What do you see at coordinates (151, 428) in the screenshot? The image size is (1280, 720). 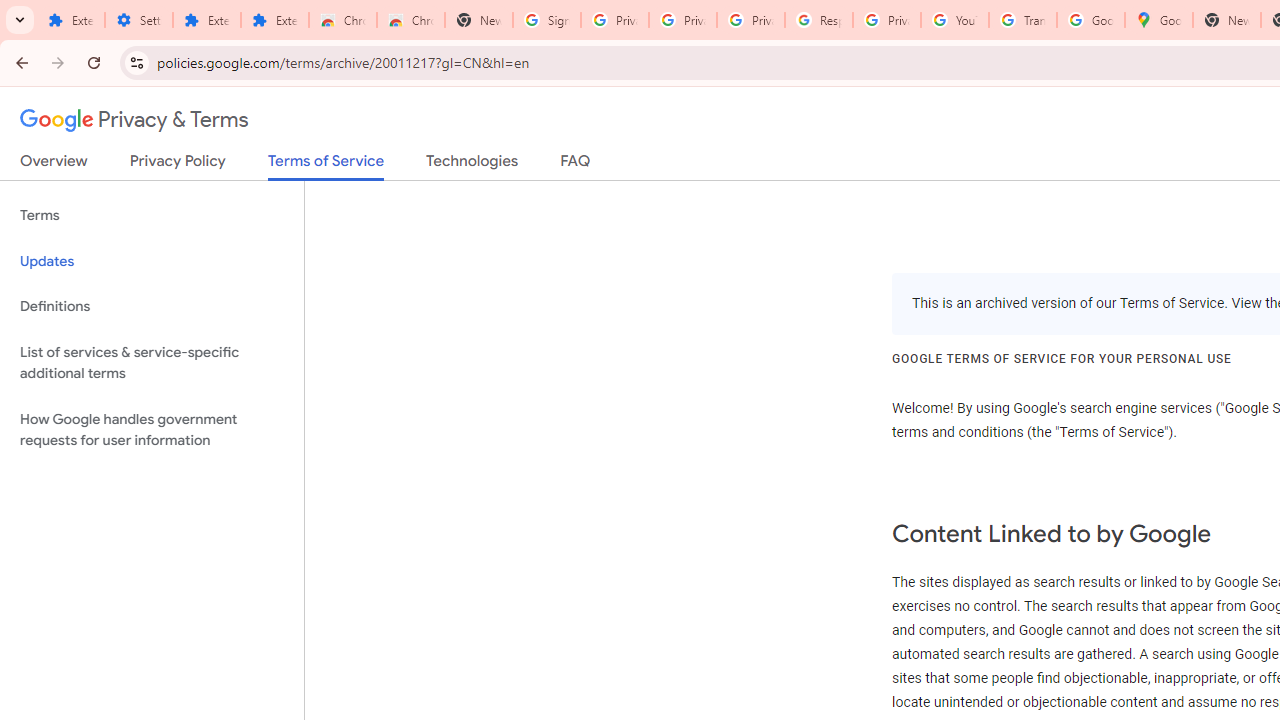 I see `'How Google handles government requests for user information'` at bounding box center [151, 428].